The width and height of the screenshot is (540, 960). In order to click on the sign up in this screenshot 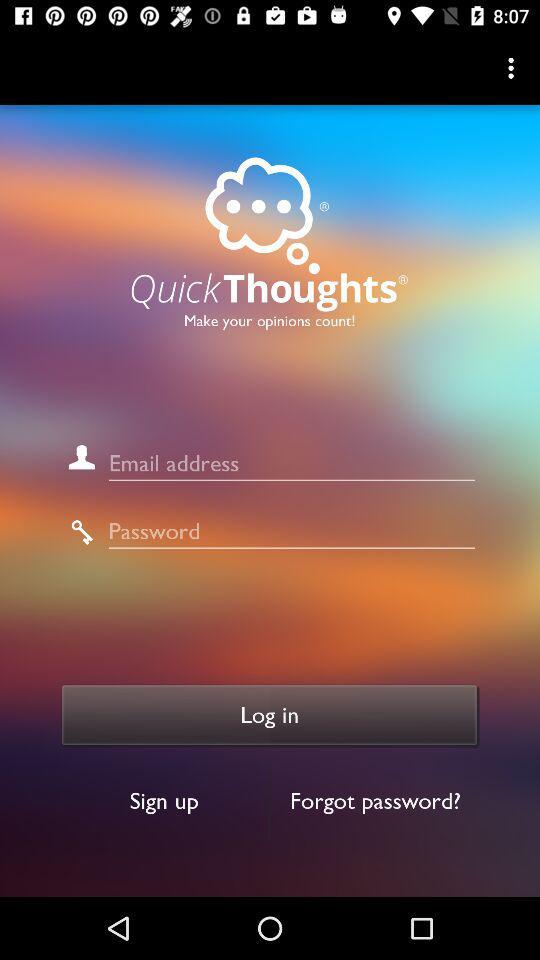, I will do `click(163, 801)`.